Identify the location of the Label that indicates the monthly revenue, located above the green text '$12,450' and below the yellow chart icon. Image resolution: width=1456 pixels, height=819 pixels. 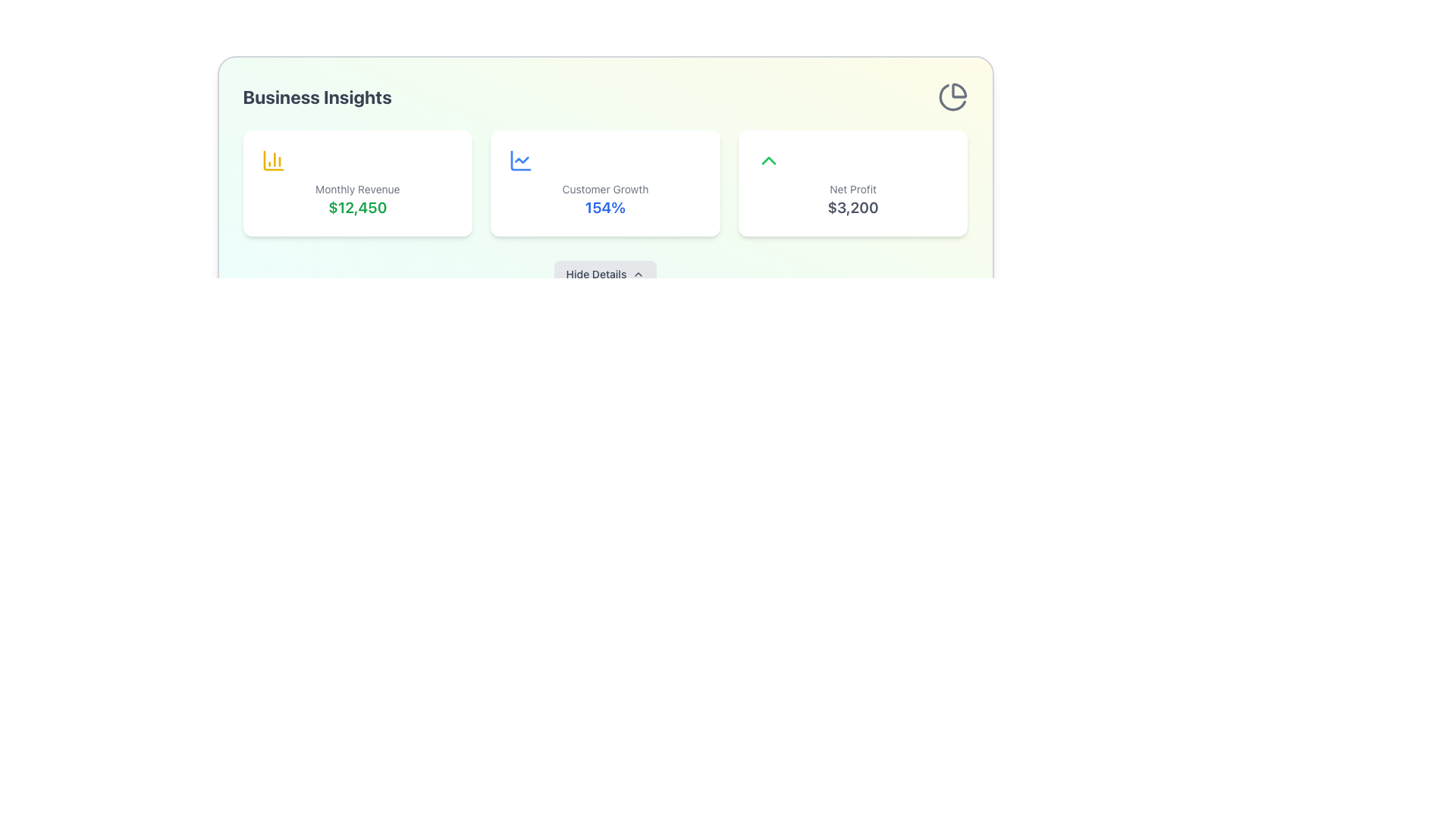
(356, 189).